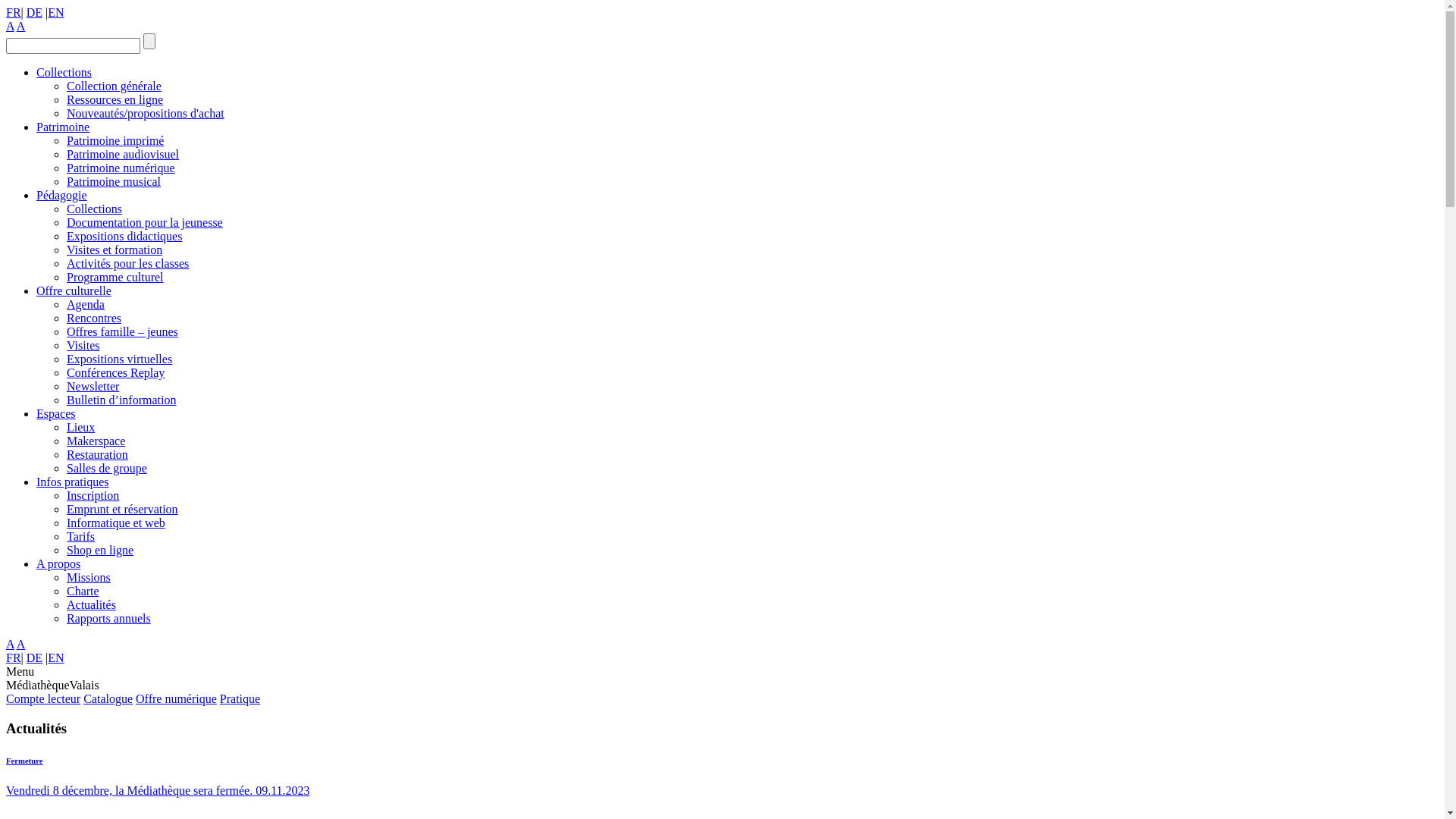 Image resolution: width=1456 pixels, height=819 pixels. Describe the element at coordinates (14, 12) in the screenshot. I see `'FR'` at that location.